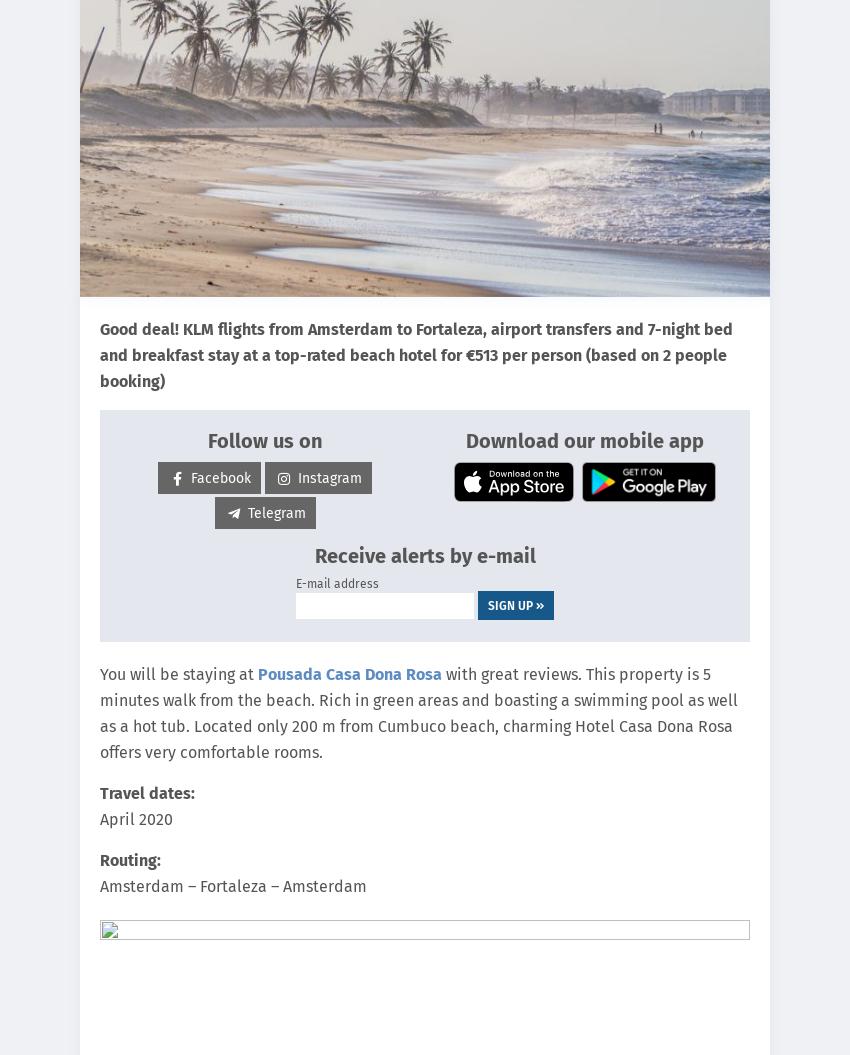 Image resolution: width=850 pixels, height=1055 pixels. I want to click on 'Download our mobile app', so click(584, 439).